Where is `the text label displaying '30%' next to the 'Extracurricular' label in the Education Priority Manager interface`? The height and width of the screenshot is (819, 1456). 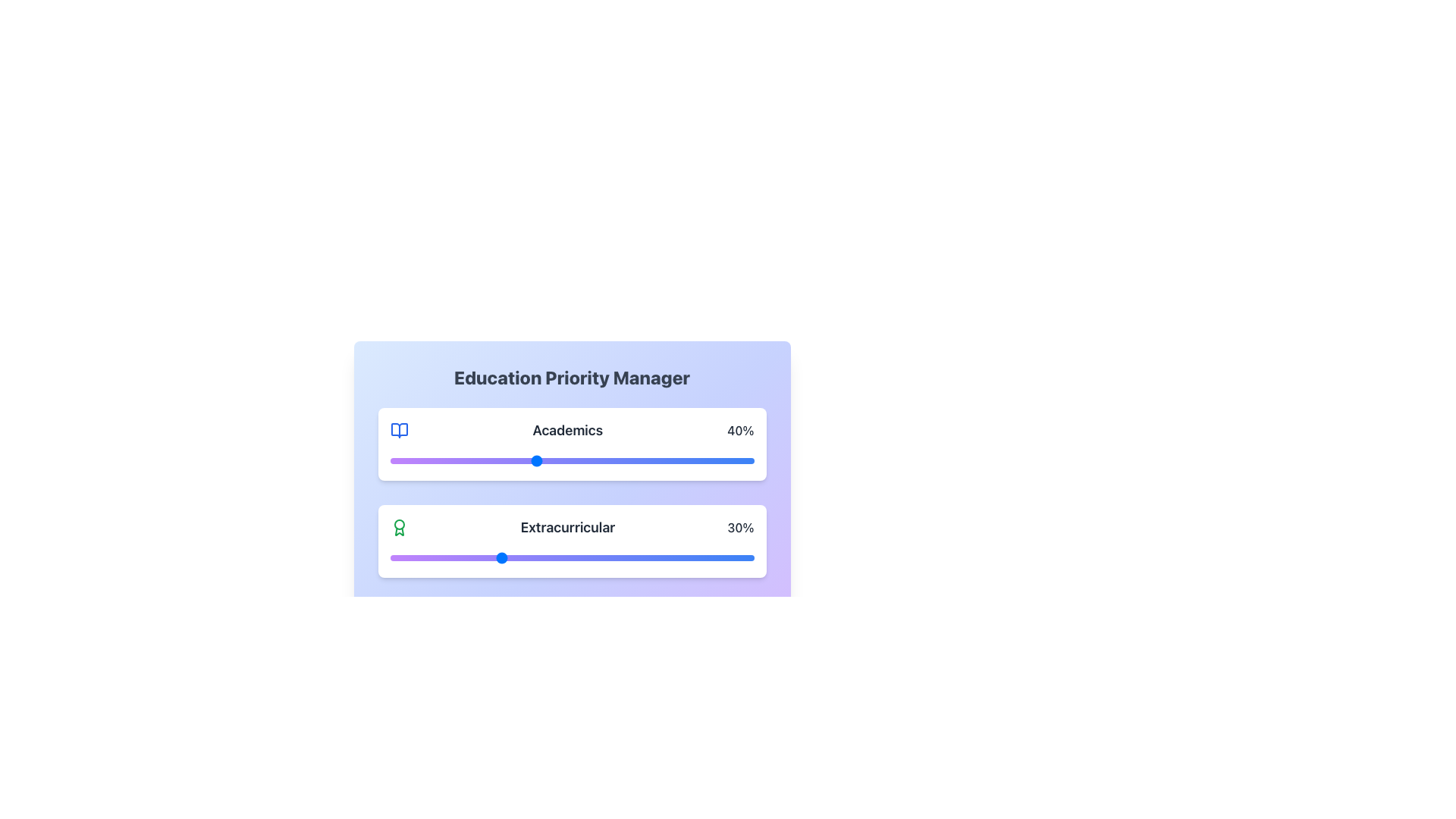 the text label displaying '30%' next to the 'Extracurricular' label in the Education Priority Manager interface is located at coordinates (740, 526).